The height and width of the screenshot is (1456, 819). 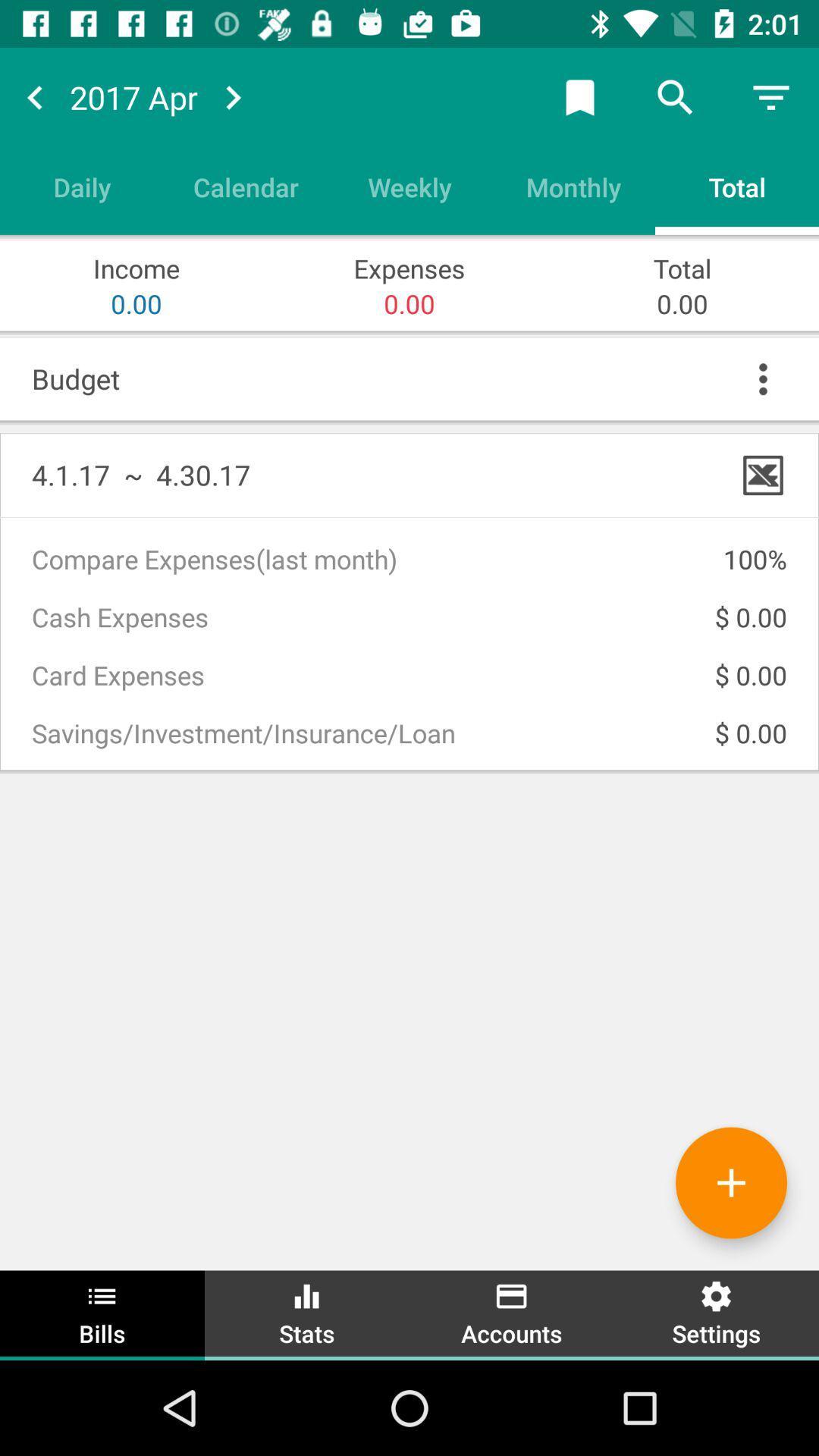 I want to click on the calendar item, so click(x=245, y=186).